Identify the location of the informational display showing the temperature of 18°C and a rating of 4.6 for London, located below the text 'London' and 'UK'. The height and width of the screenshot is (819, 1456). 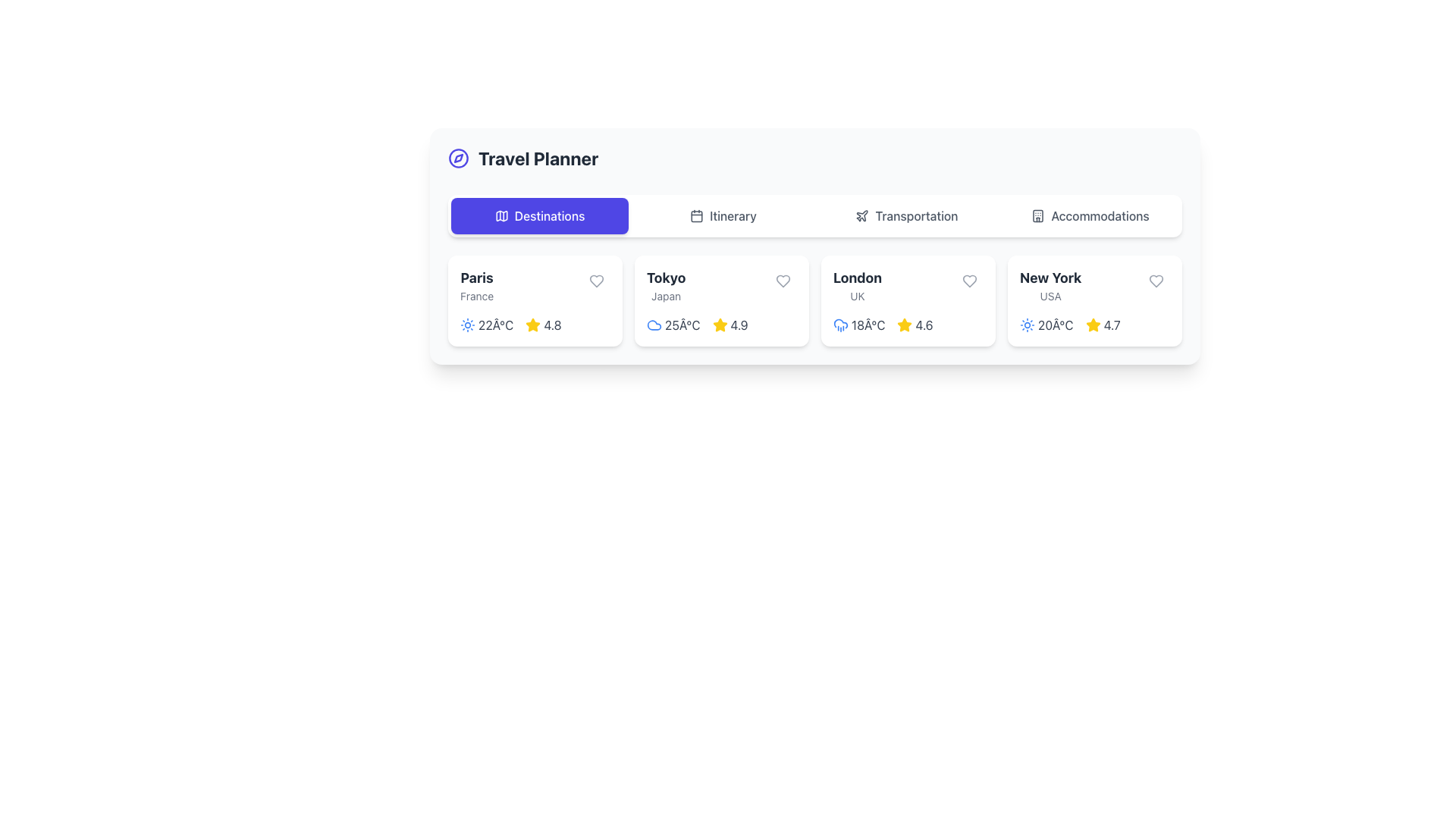
(908, 324).